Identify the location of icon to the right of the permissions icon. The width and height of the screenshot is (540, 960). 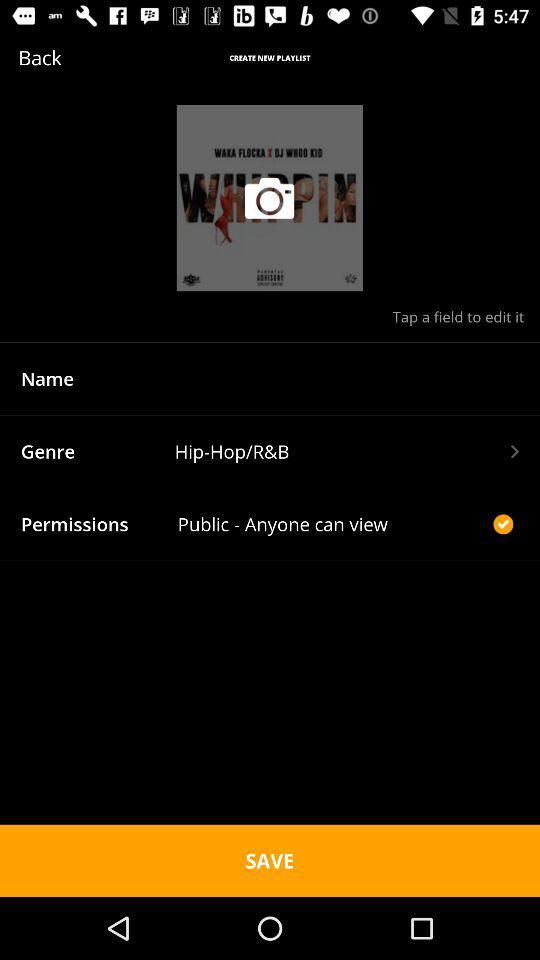
(332, 523).